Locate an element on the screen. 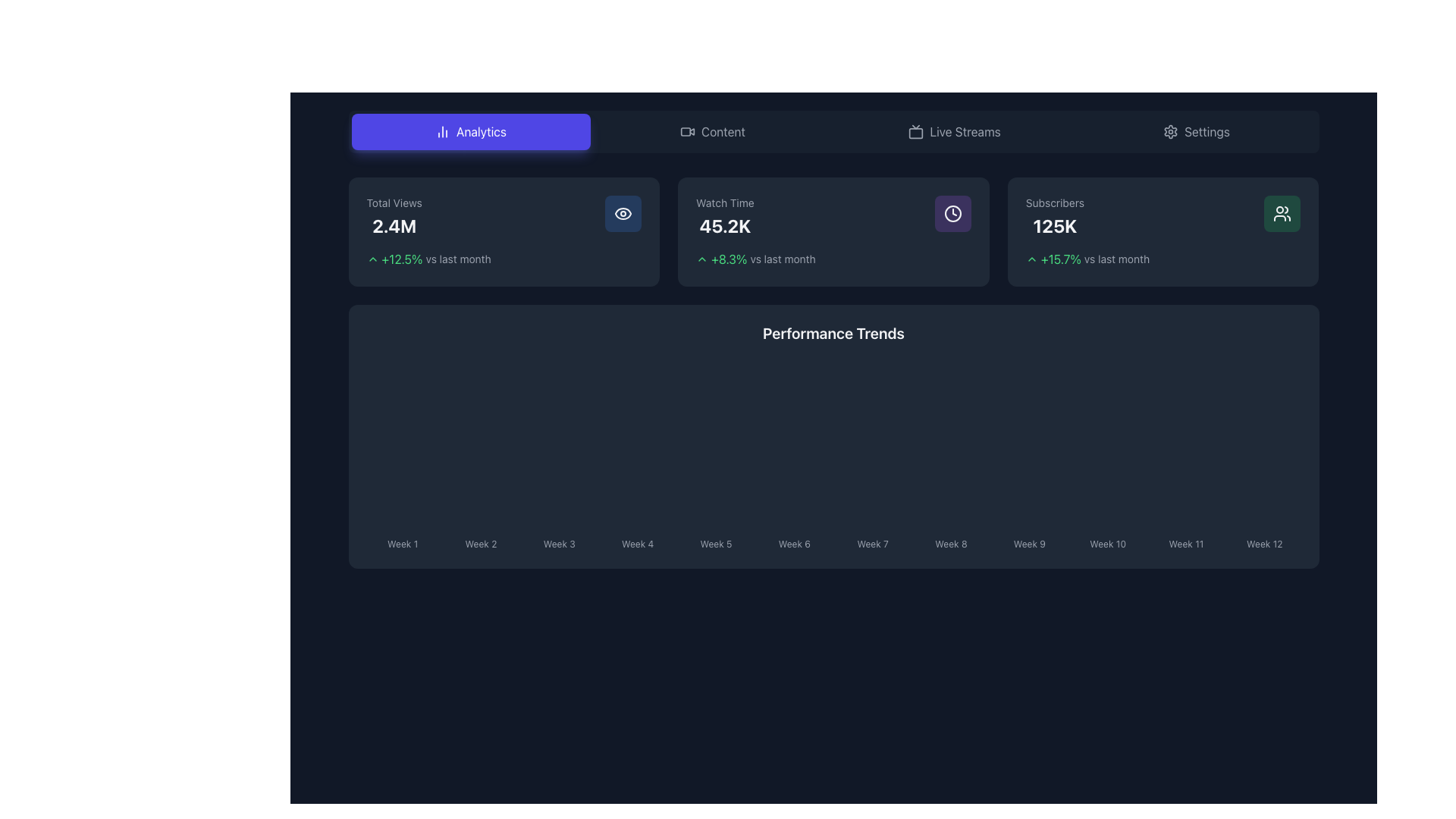 The width and height of the screenshot is (1456, 819). the Text Display element that shows the number of subscribers, located in the second row within the third card, to the right of the 'Watch Time' card is located at coordinates (1054, 216).